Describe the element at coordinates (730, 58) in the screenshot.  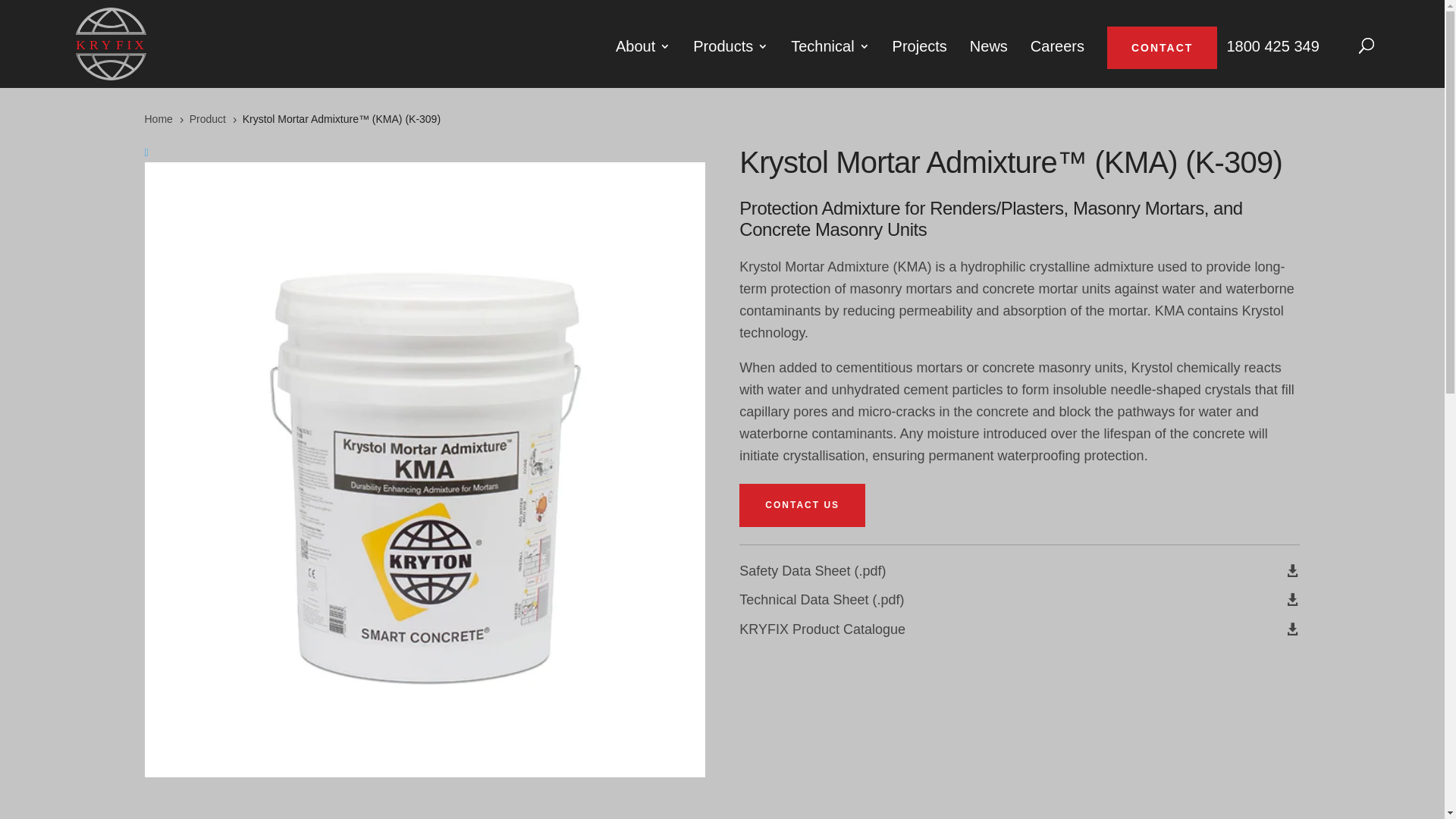
I see `'Products'` at that location.